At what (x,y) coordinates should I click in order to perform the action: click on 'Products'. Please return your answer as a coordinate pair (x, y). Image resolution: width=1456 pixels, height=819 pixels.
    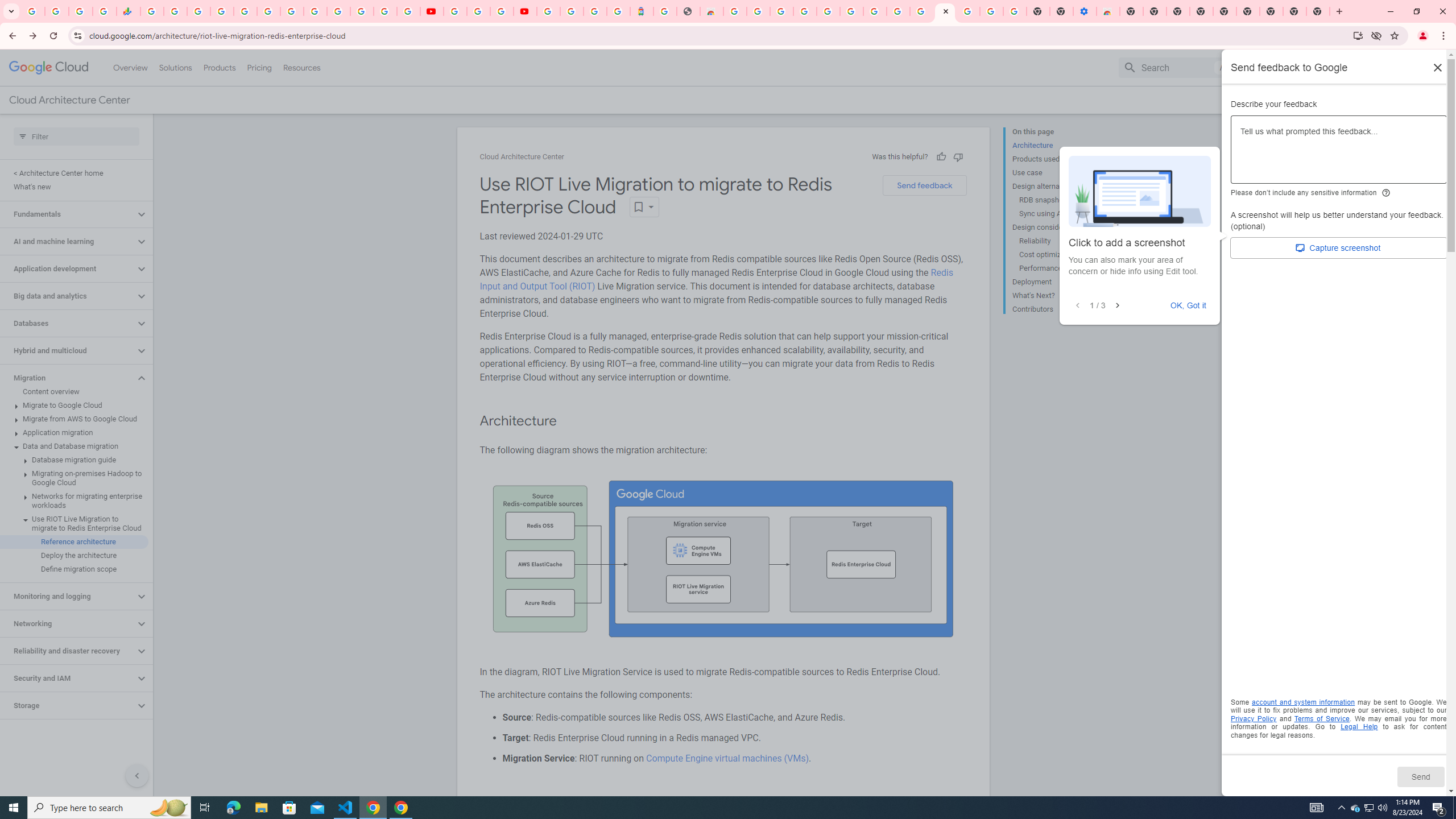
    Looking at the image, I should click on (218, 67).